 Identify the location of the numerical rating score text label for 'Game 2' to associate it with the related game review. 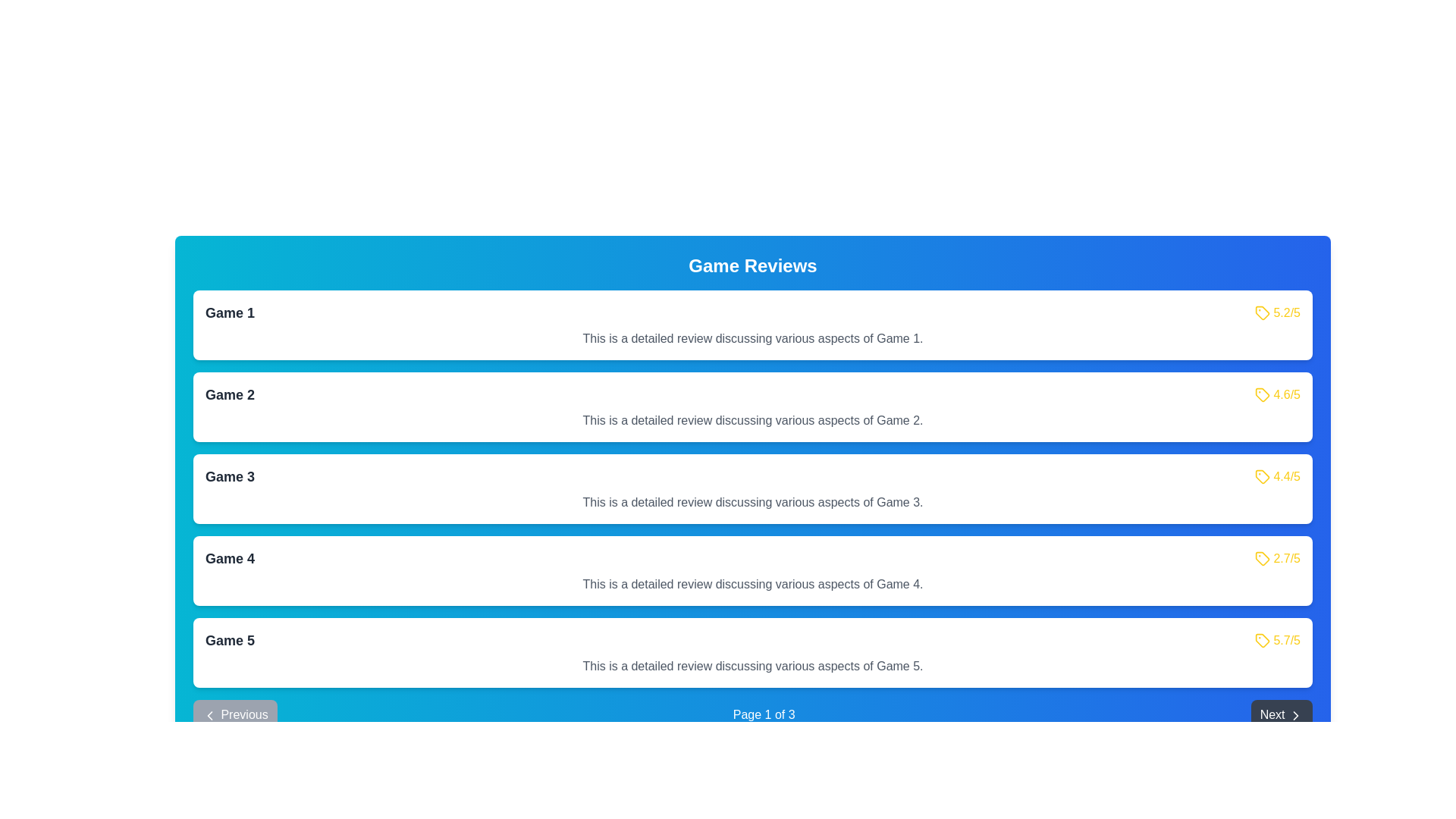
(1286, 394).